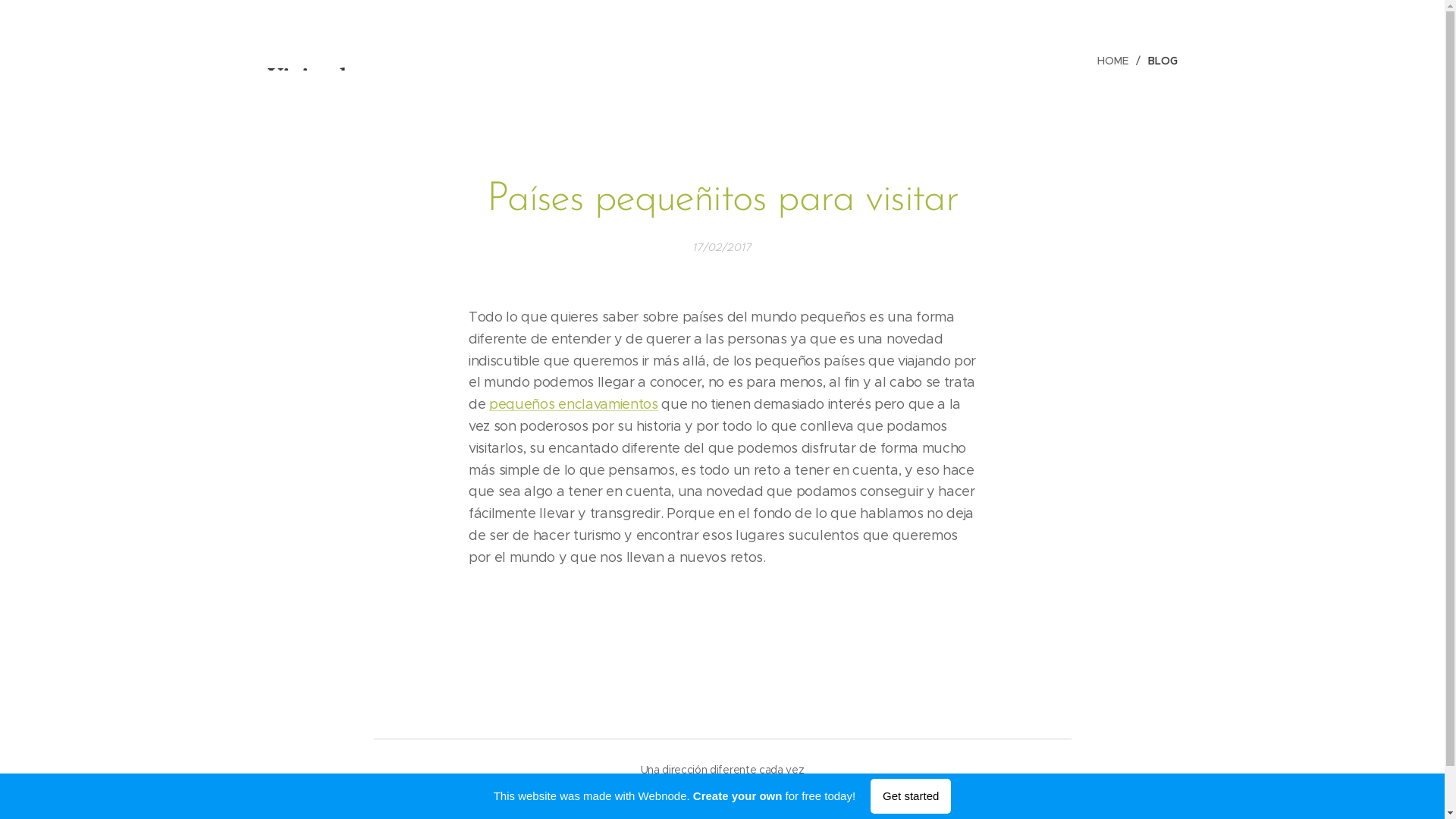  I want to click on 'HOME', so click(1117, 60).